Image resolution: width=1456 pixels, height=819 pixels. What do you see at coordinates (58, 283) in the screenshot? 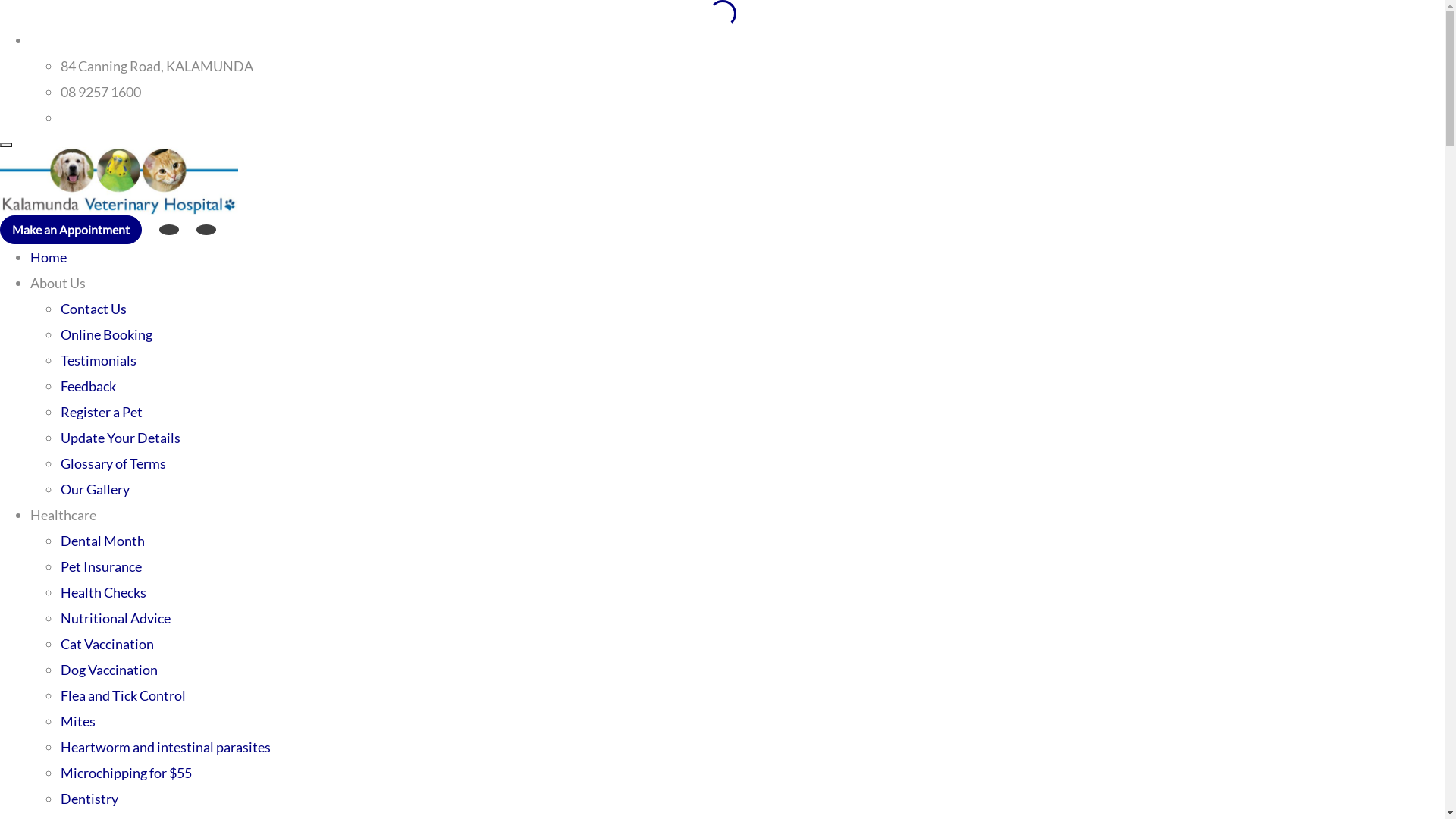
I see `'About Us'` at bounding box center [58, 283].